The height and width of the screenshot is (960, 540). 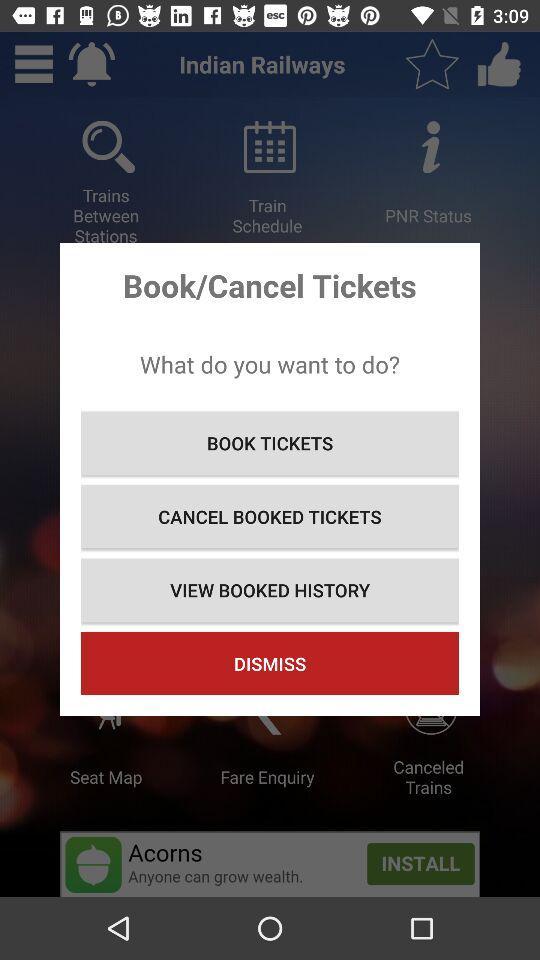 I want to click on icon at the bottom, so click(x=270, y=663).